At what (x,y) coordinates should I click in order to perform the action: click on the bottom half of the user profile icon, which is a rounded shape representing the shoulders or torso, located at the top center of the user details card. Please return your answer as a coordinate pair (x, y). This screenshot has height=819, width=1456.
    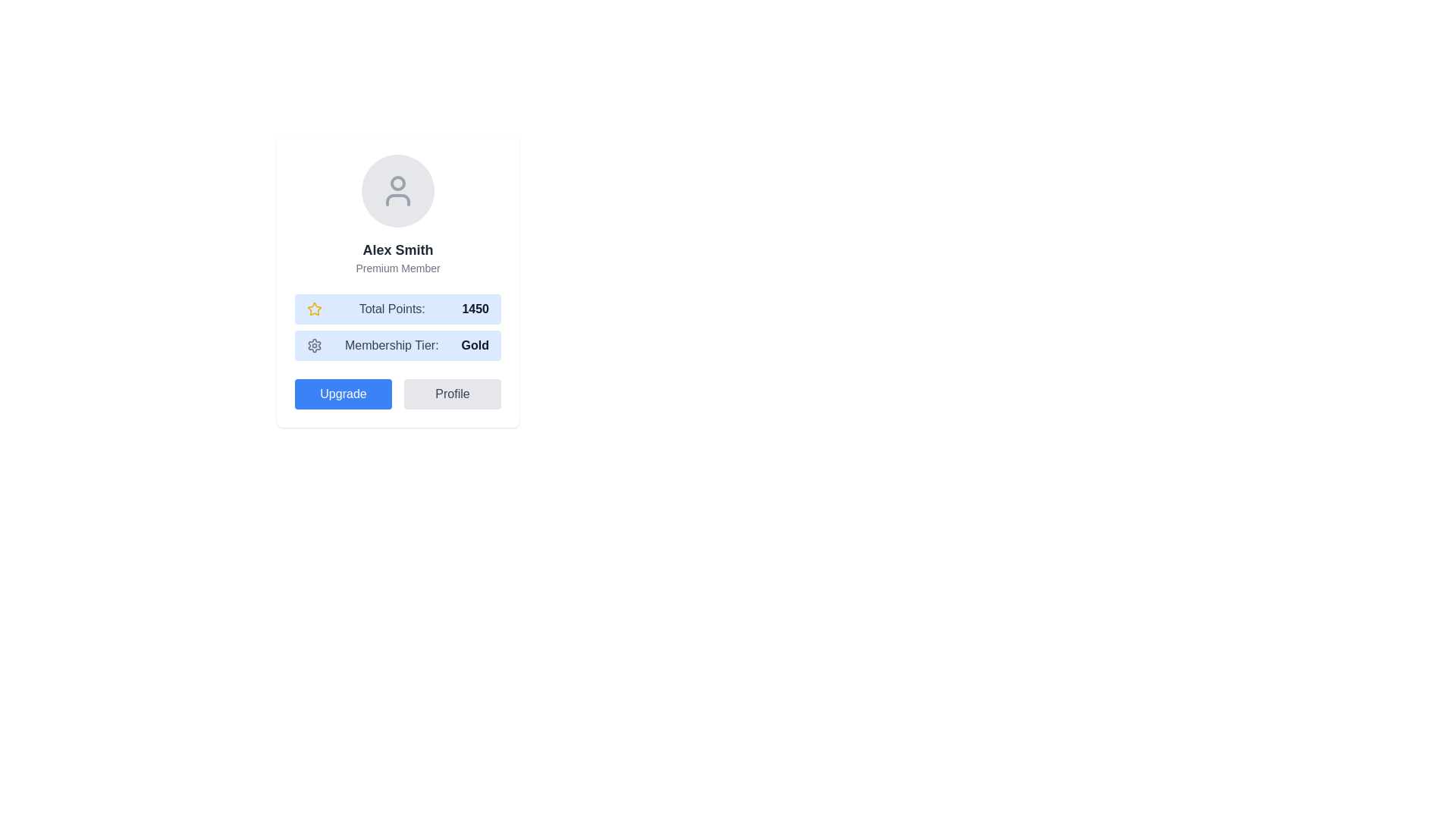
    Looking at the image, I should click on (397, 199).